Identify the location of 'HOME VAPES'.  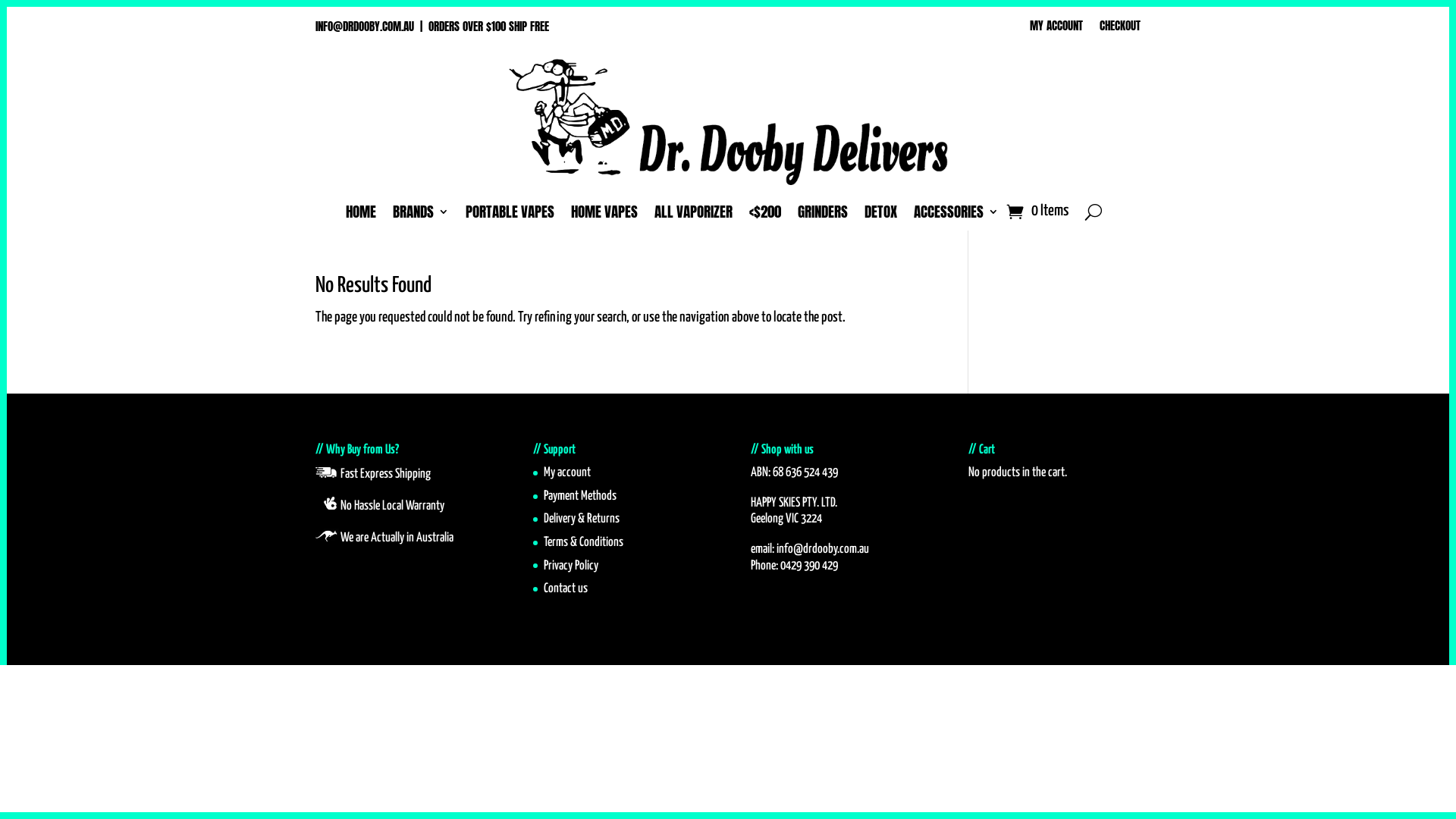
(603, 214).